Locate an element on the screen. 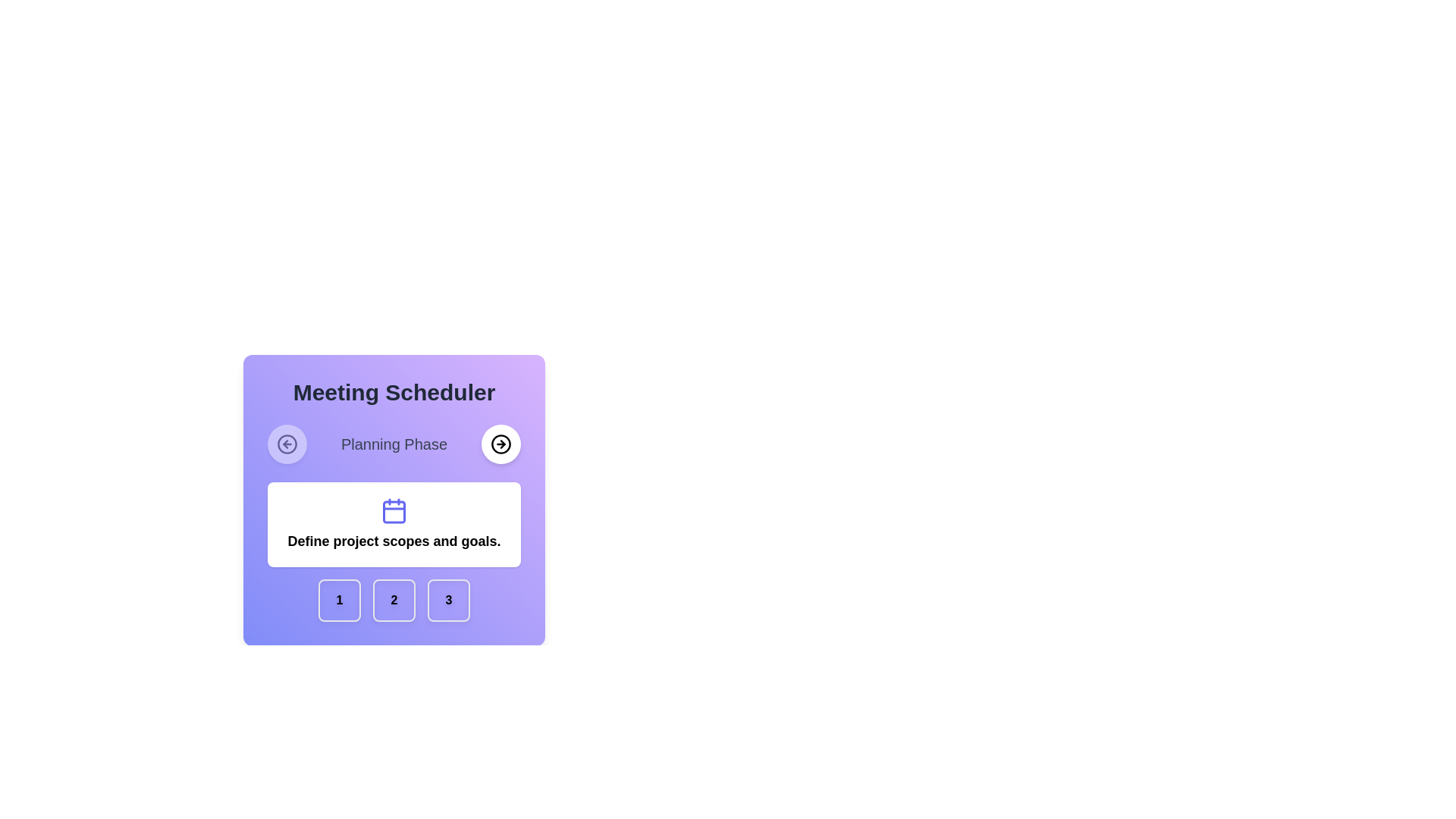 Image resolution: width=1456 pixels, height=819 pixels. the last (third) square button with rounded corners, light purple color, and the number '3' in bold black text is located at coordinates (447, 599).